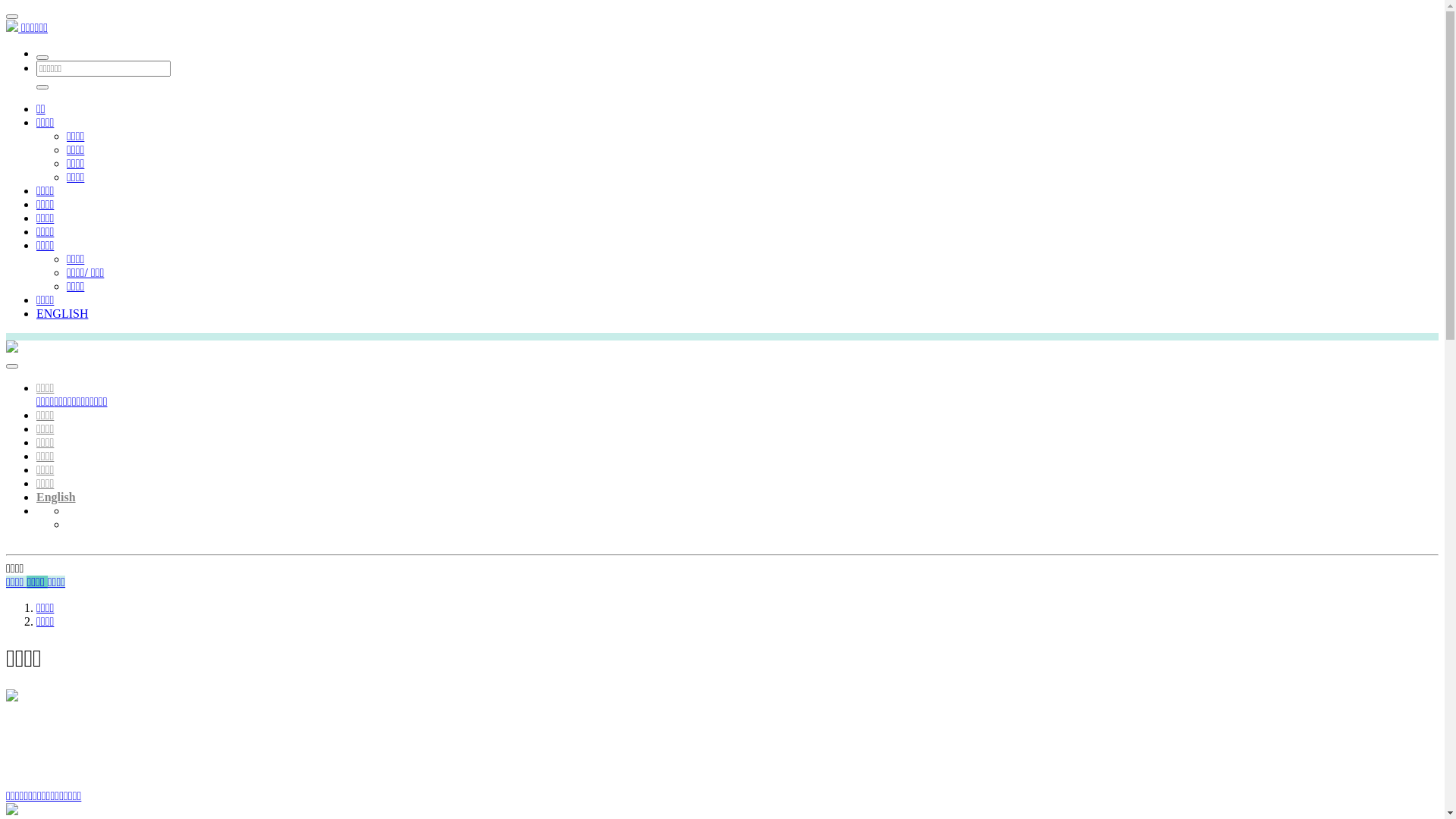 Image resolution: width=1456 pixels, height=819 pixels. Describe the element at coordinates (61, 312) in the screenshot. I see `'ENGLISH'` at that location.